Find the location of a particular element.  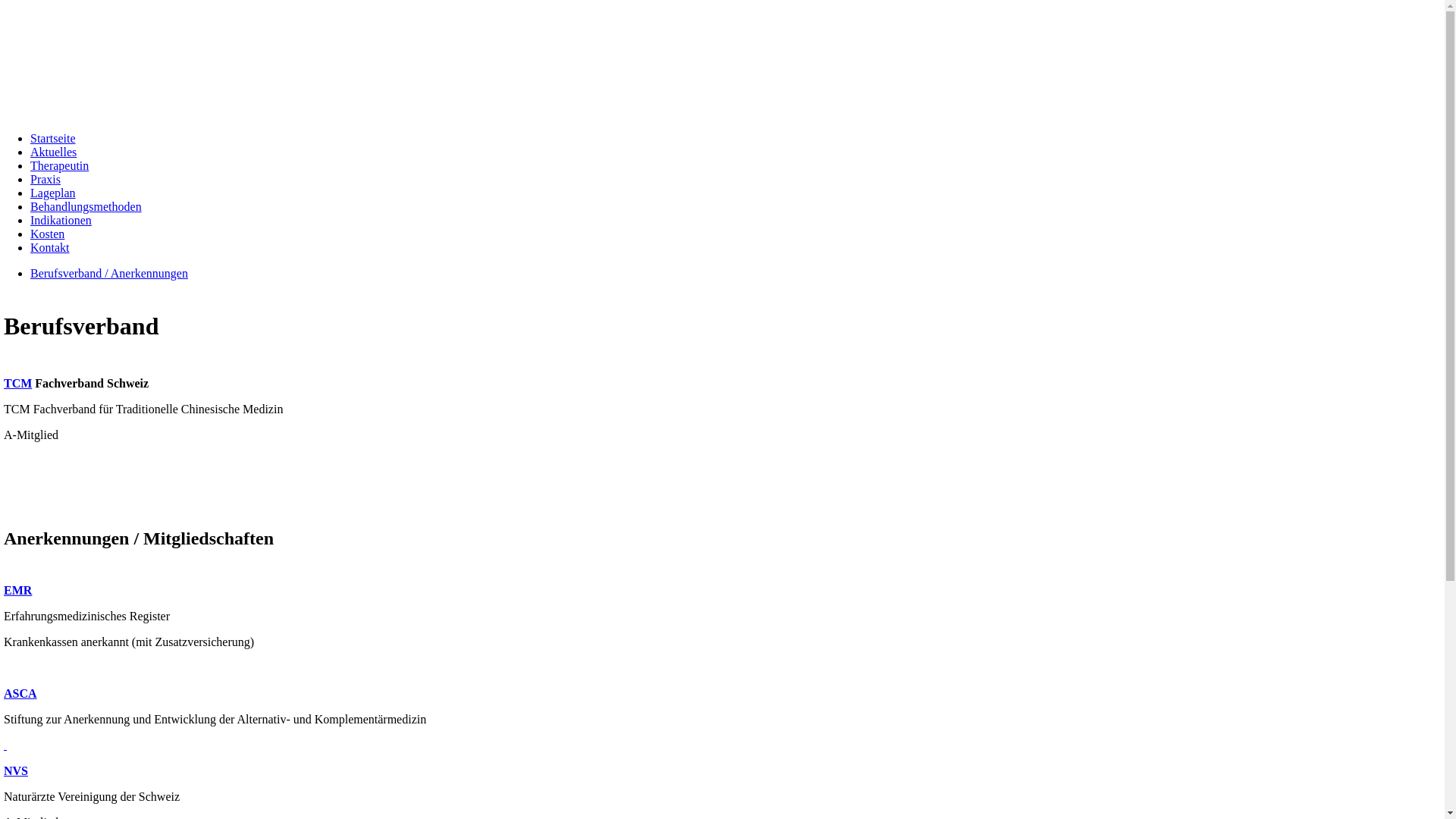

'NVS' is located at coordinates (15, 770).